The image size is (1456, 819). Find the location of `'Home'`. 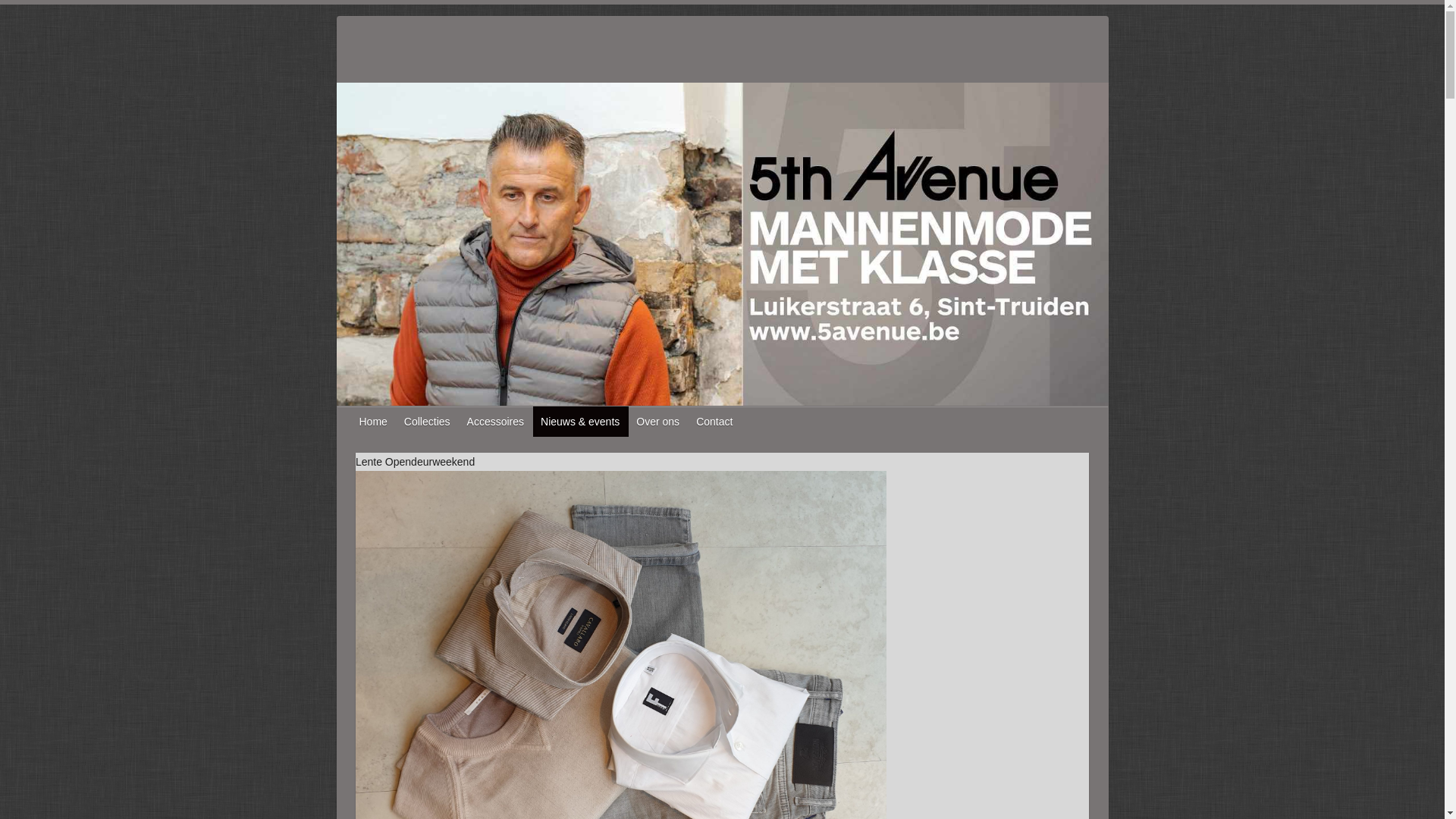

'Home' is located at coordinates (374, 421).